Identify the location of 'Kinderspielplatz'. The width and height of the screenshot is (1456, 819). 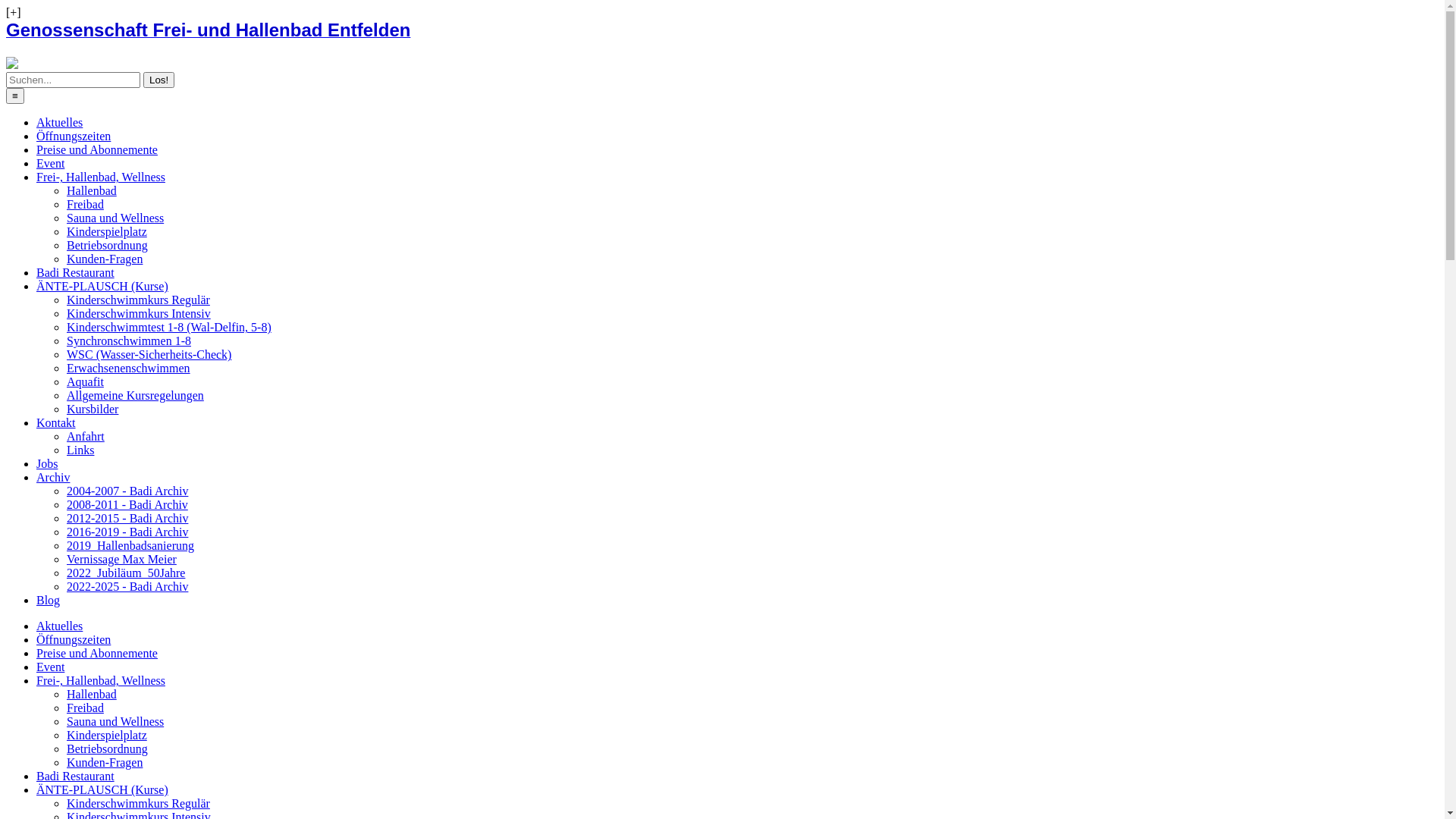
(105, 734).